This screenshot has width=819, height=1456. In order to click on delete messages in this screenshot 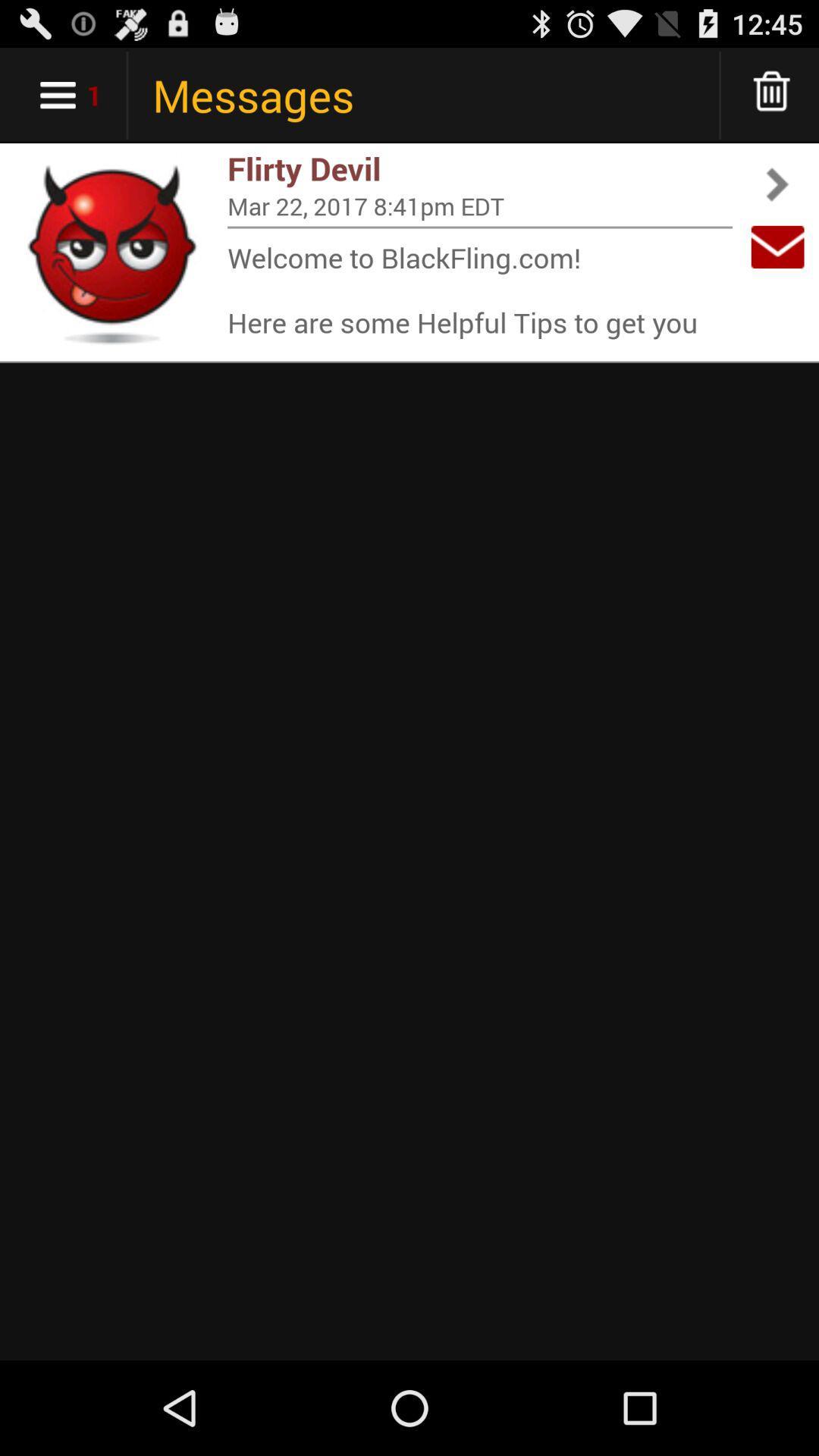, I will do `click(772, 94)`.